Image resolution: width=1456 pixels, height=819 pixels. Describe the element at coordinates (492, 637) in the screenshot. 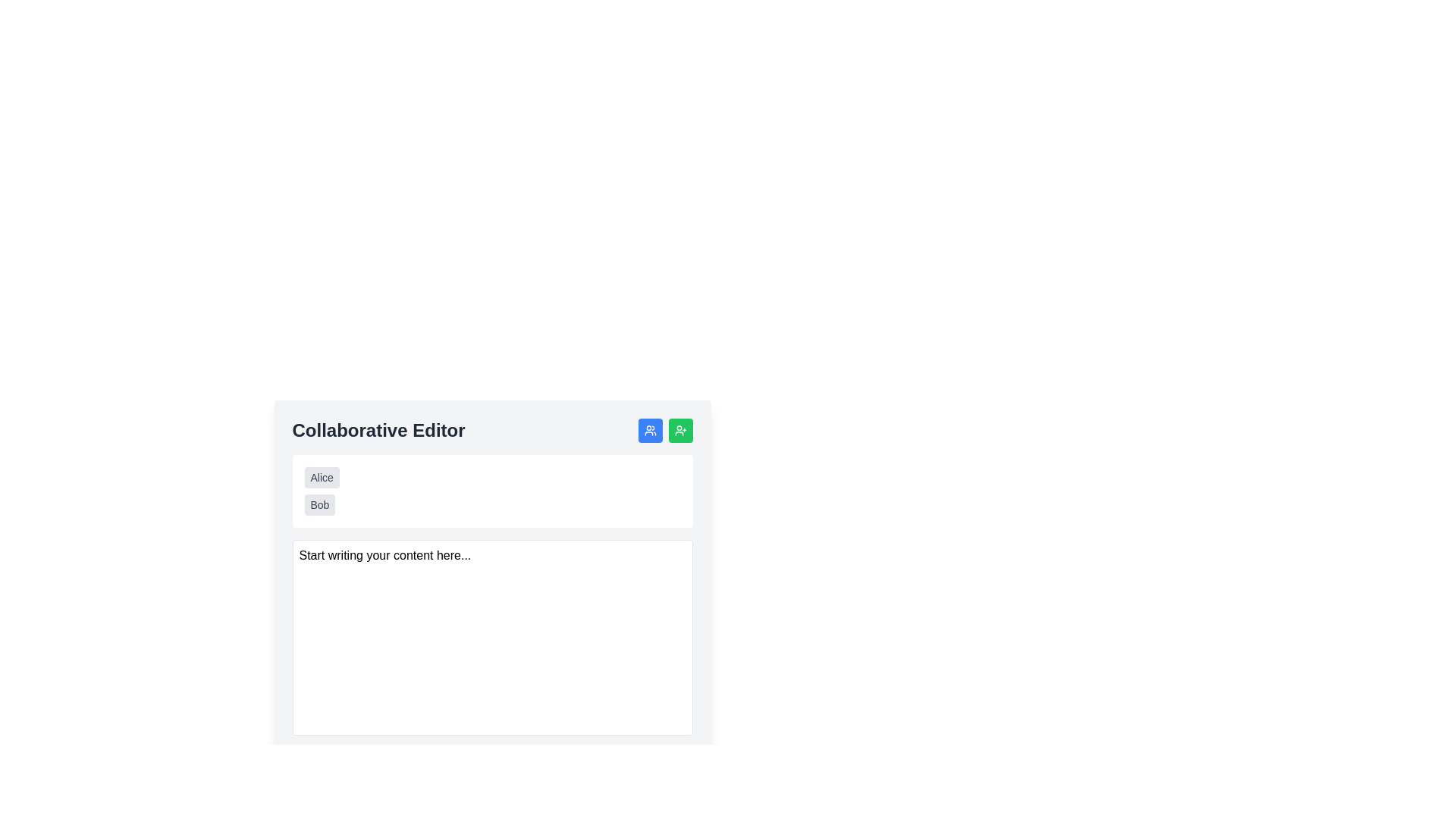

I see `text within the Textarea located in the 'Collaborative Editor' panel, positioned below the labels 'Alice' and 'Bob' and above the 'Edit' button` at that location.